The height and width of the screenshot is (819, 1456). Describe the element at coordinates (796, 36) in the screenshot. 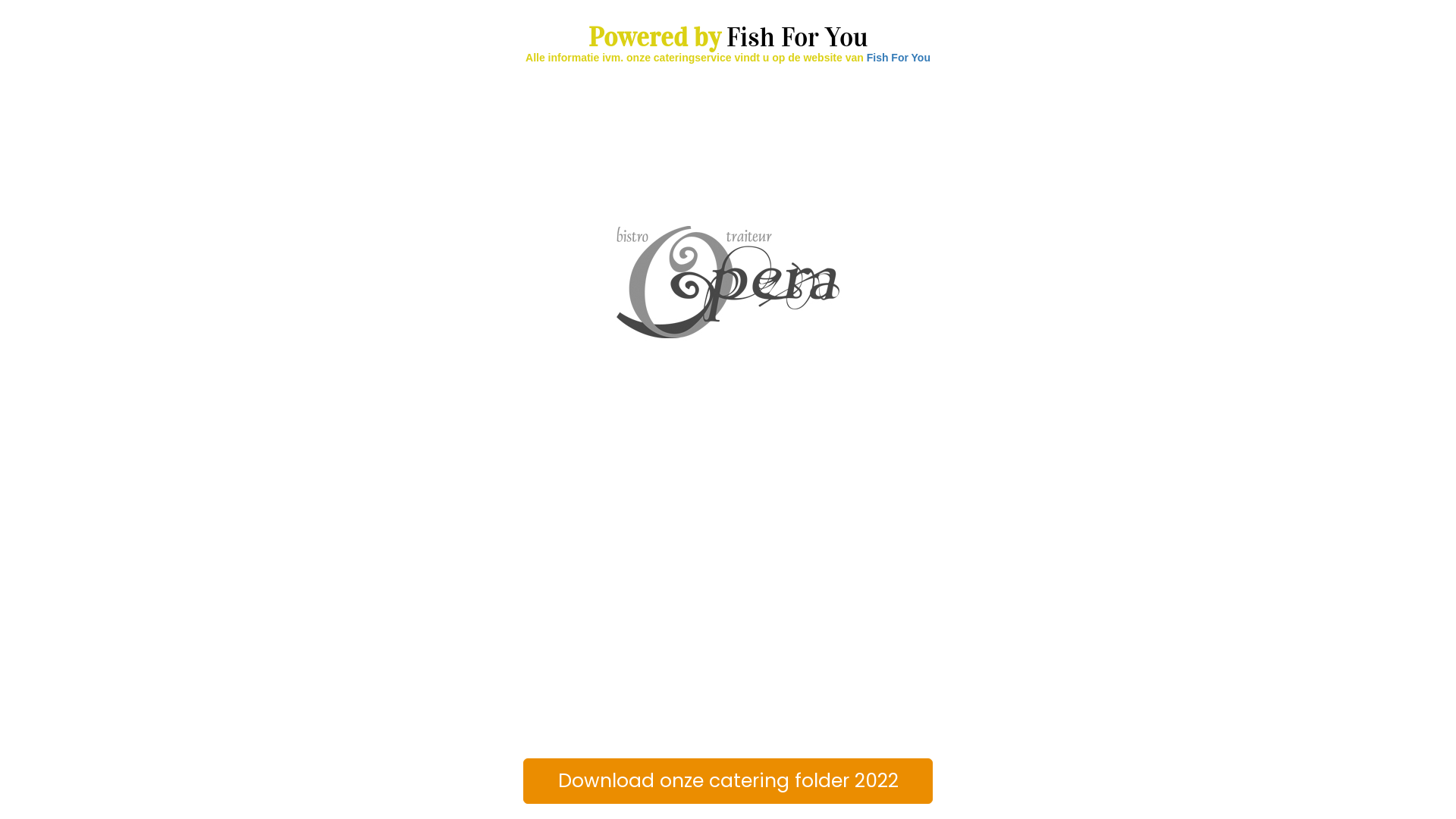

I see `'Fish For You'` at that location.